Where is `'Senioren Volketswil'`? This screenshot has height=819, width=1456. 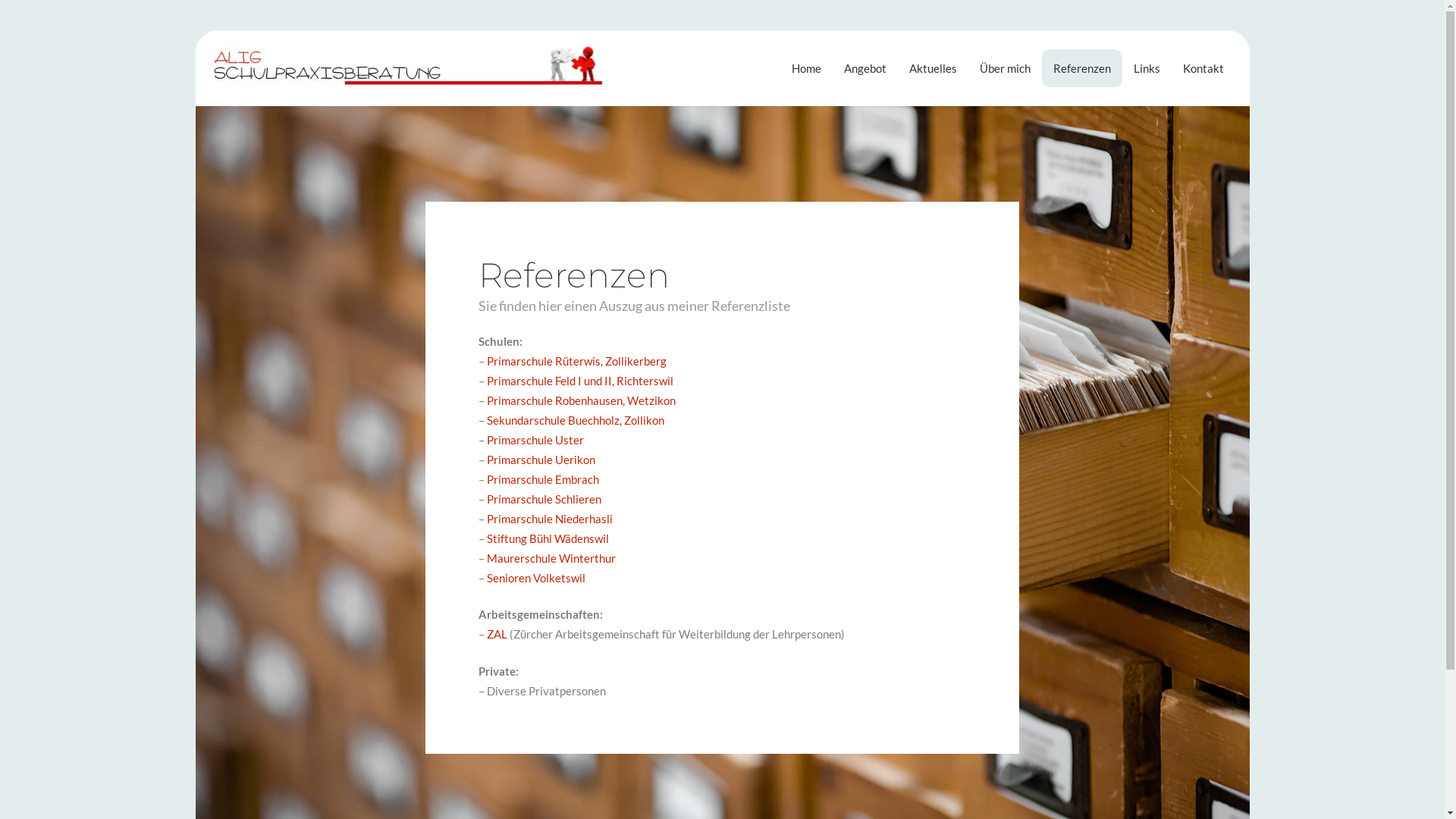
'Senioren Volketswil' is located at coordinates (535, 578).